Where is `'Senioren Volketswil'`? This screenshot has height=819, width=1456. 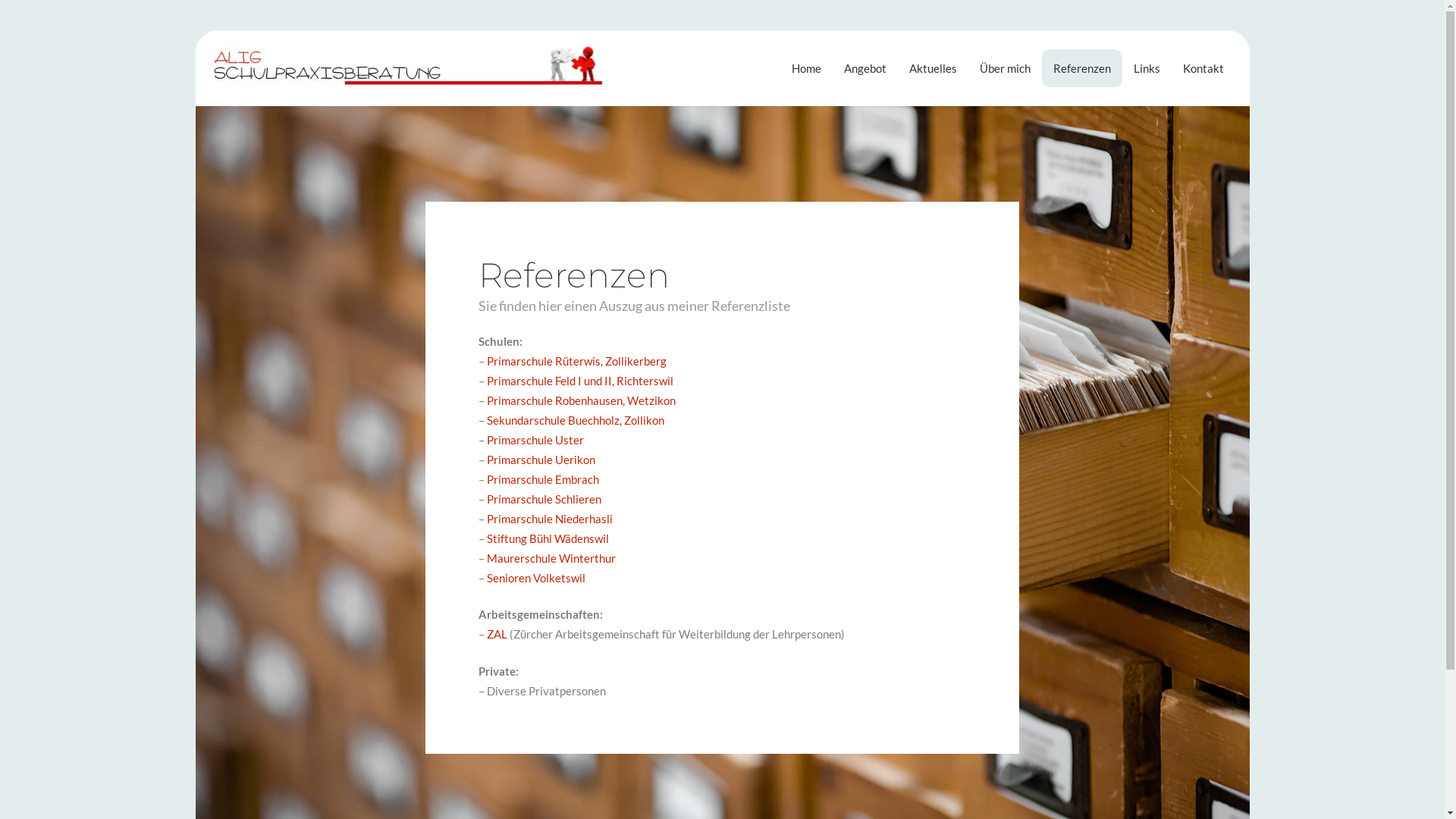
'Senioren Volketswil' is located at coordinates (535, 578).